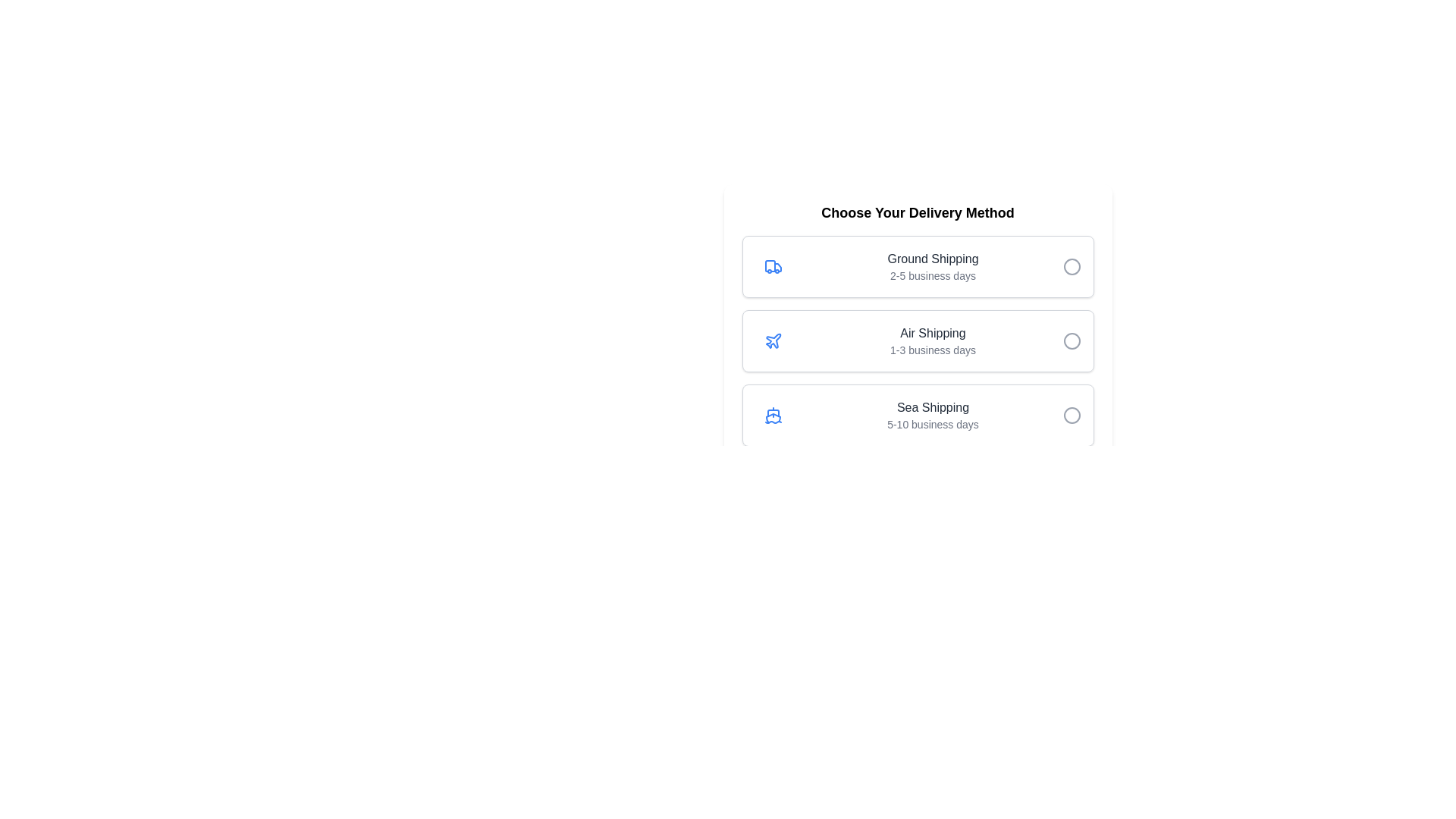 Image resolution: width=1456 pixels, height=819 pixels. What do you see at coordinates (1071, 415) in the screenshot?
I see `the radio button` at bounding box center [1071, 415].